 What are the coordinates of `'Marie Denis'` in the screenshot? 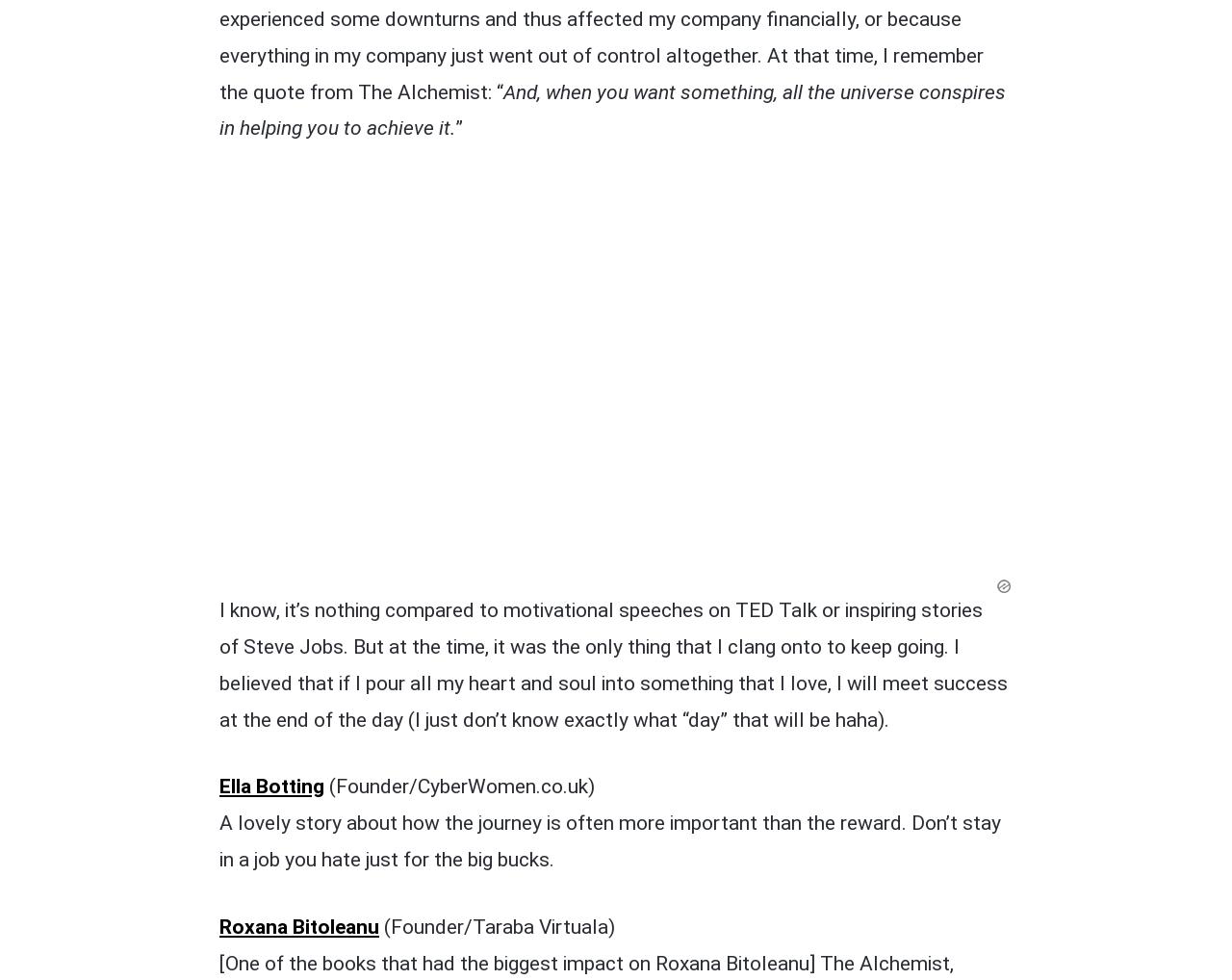 It's located at (271, 666).